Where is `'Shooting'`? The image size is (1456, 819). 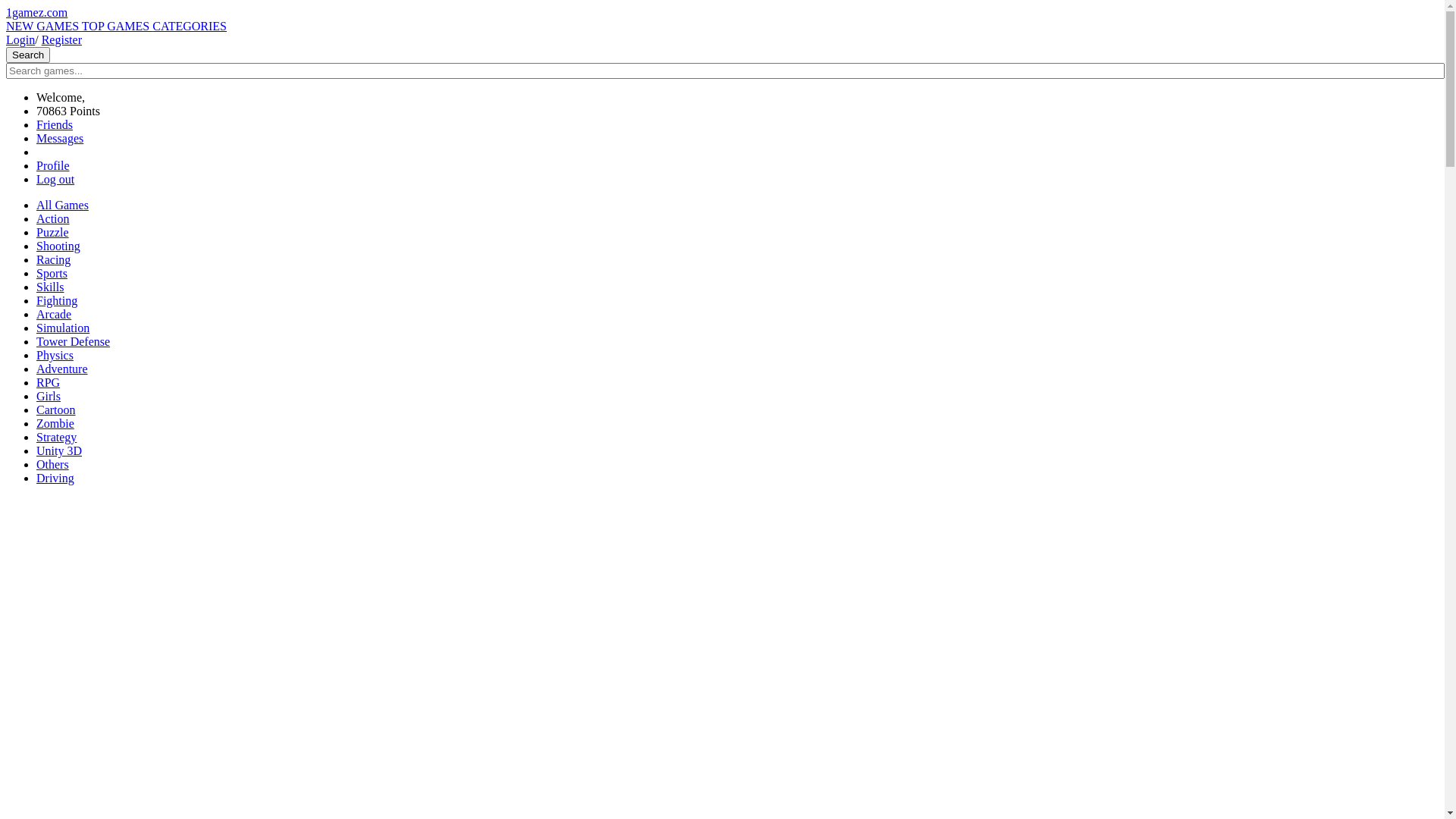 'Shooting' is located at coordinates (58, 245).